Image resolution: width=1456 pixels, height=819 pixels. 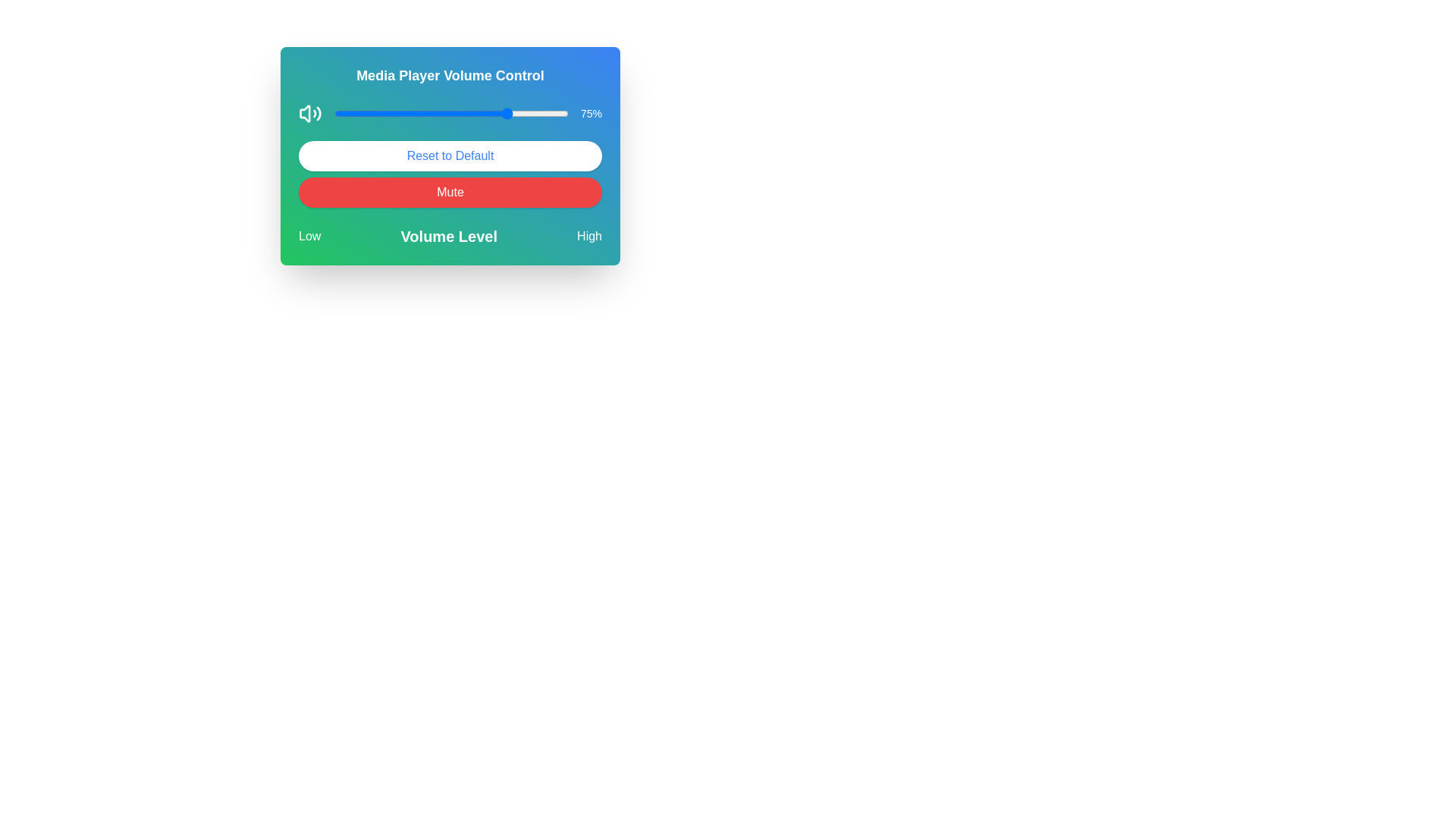 What do you see at coordinates (376, 113) in the screenshot?
I see `the volume` at bounding box center [376, 113].